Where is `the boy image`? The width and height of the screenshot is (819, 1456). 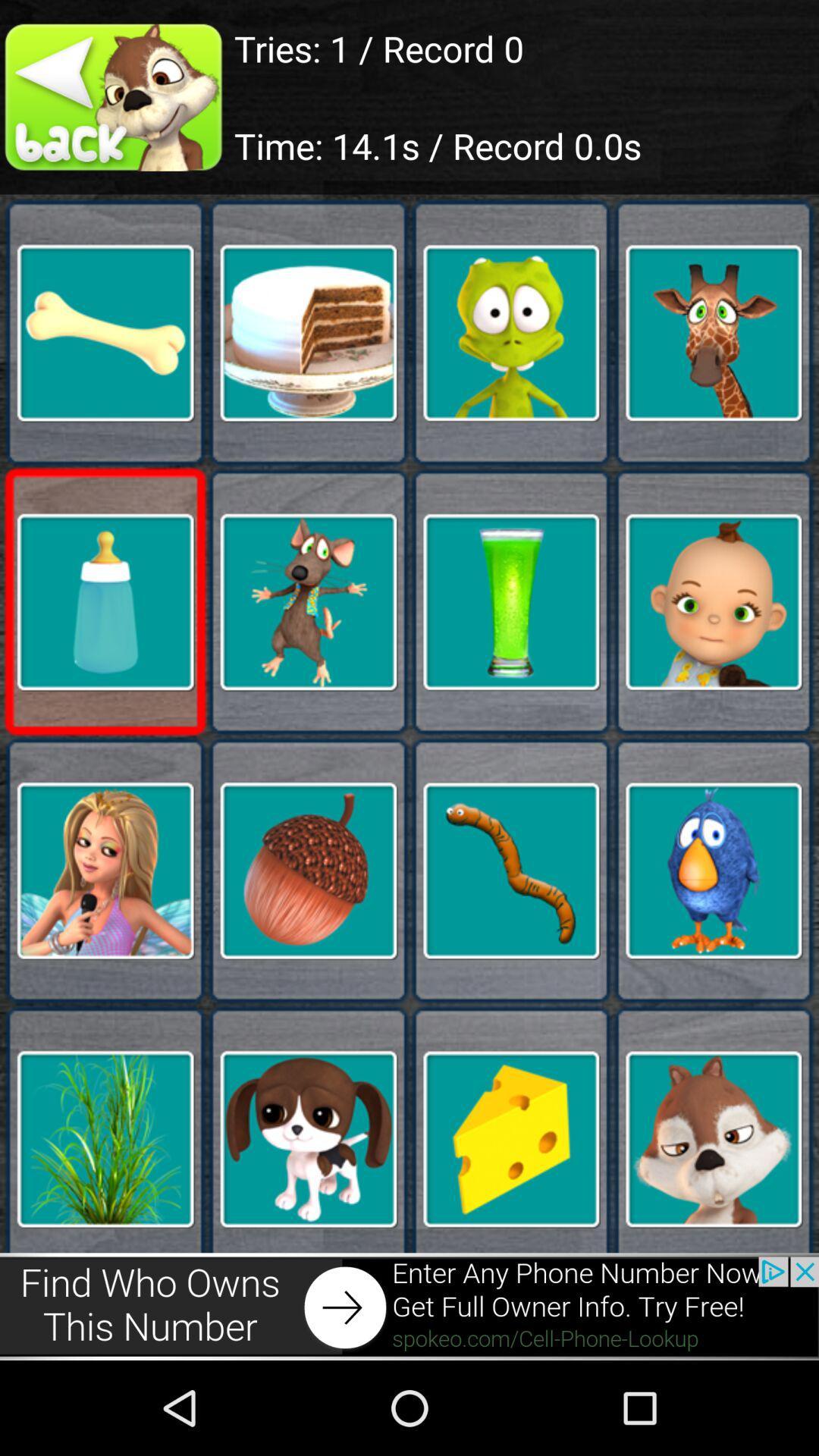 the boy image is located at coordinates (714, 601).